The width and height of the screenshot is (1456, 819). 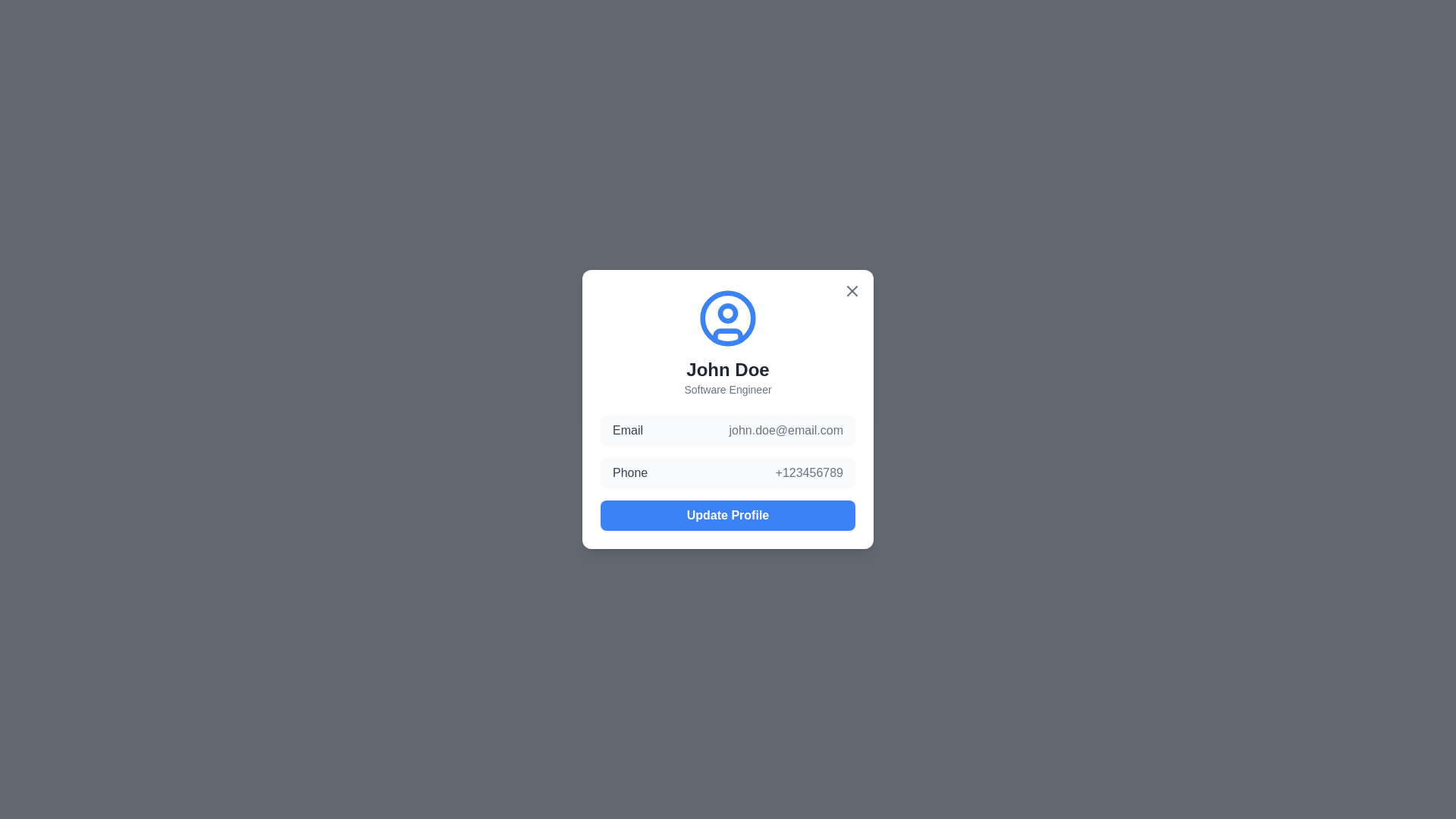 What do you see at coordinates (728, 312) in the screenshot?
I see `the decorative circle with a blue outline and white center, located centrally within the user icon graphic at the top of the user dialog box` at bounding box center [728, 312].